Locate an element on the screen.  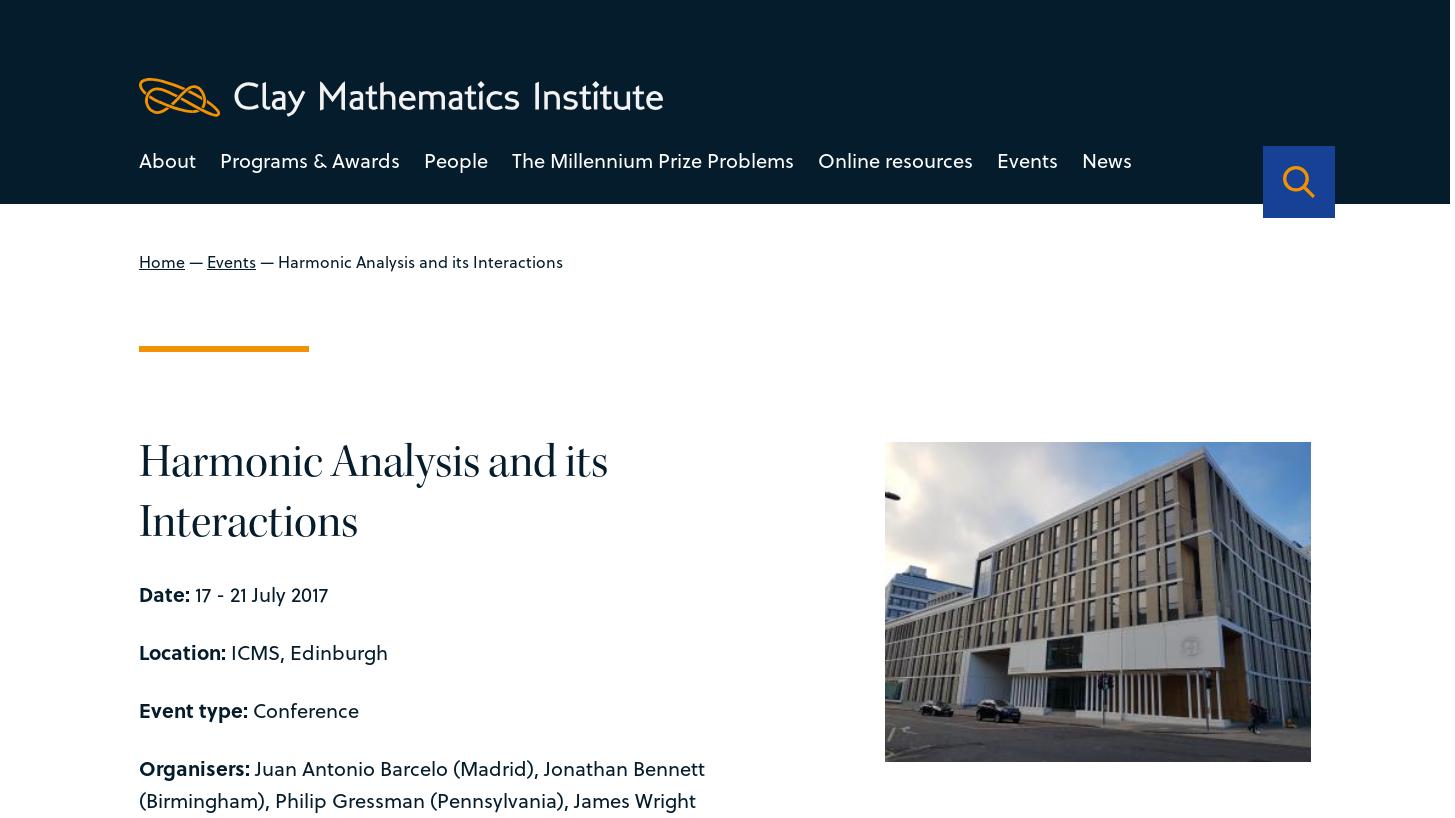
'Home' is located at coordinates (161, 260).